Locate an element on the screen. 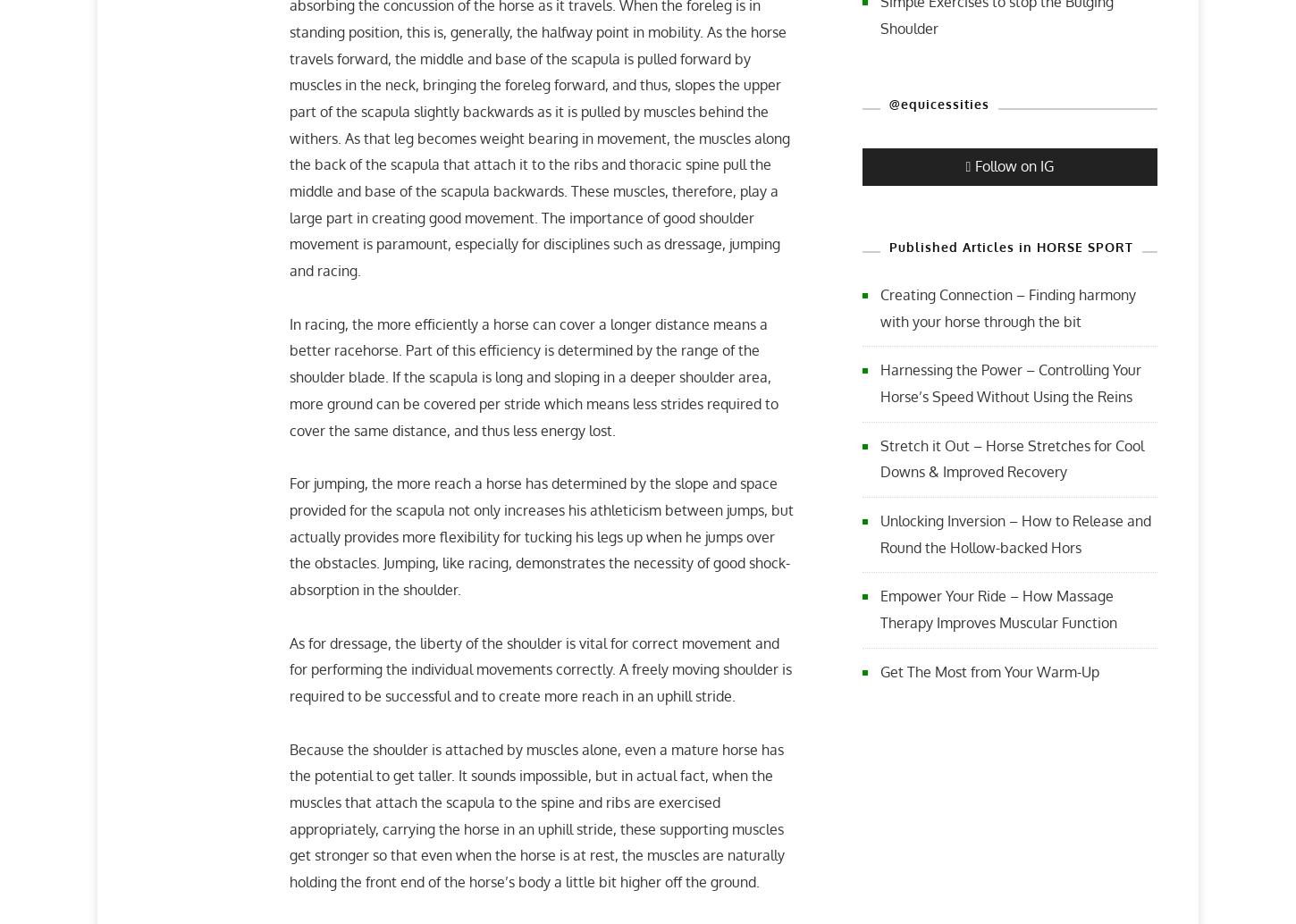 This screenshot has width=1296, height=924. 'Published Articles in HORSE SPORT' is located at coordinates (888, 245).